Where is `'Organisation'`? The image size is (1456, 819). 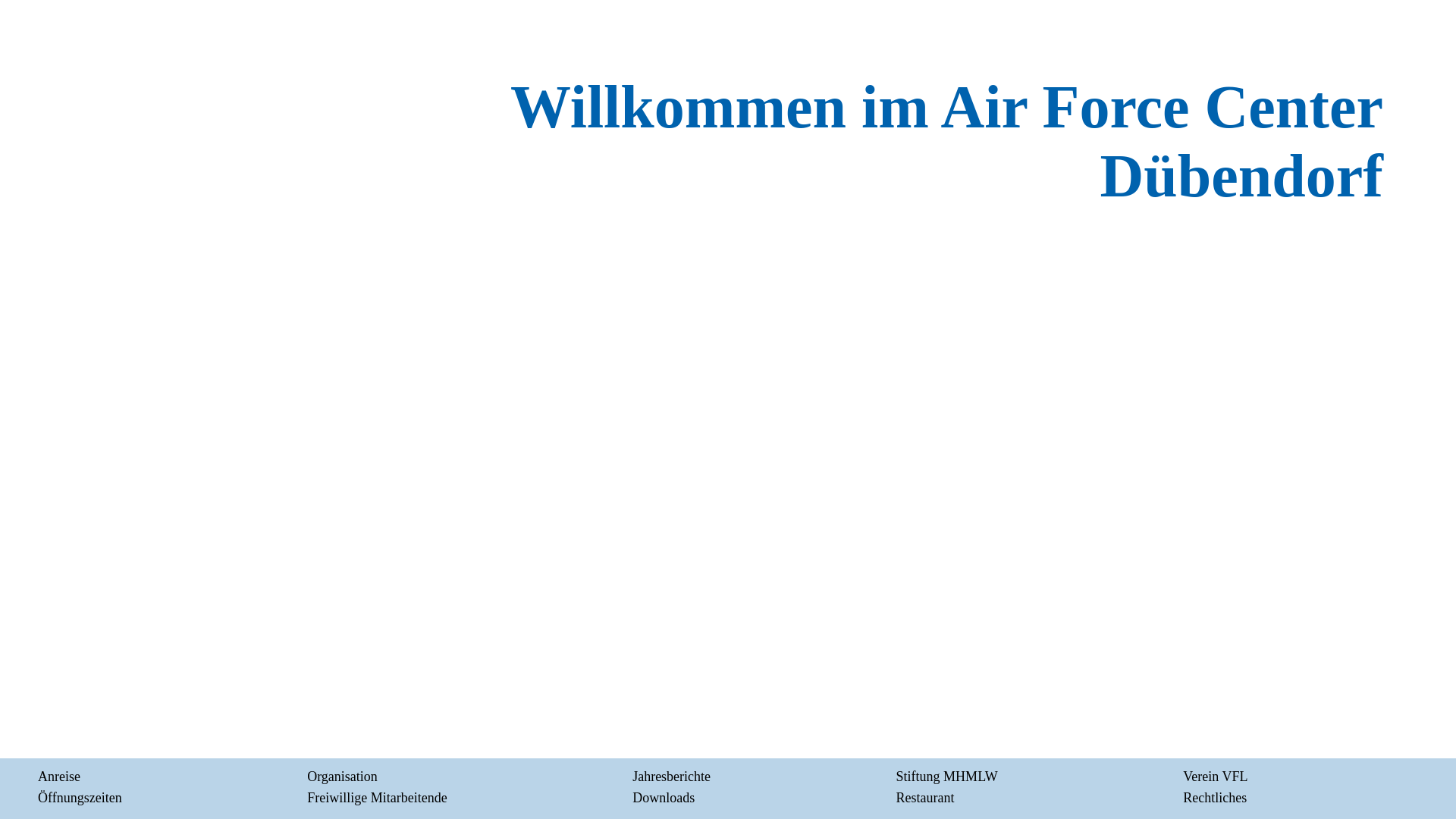 'Organisation' is located at coordinates (341, 776).